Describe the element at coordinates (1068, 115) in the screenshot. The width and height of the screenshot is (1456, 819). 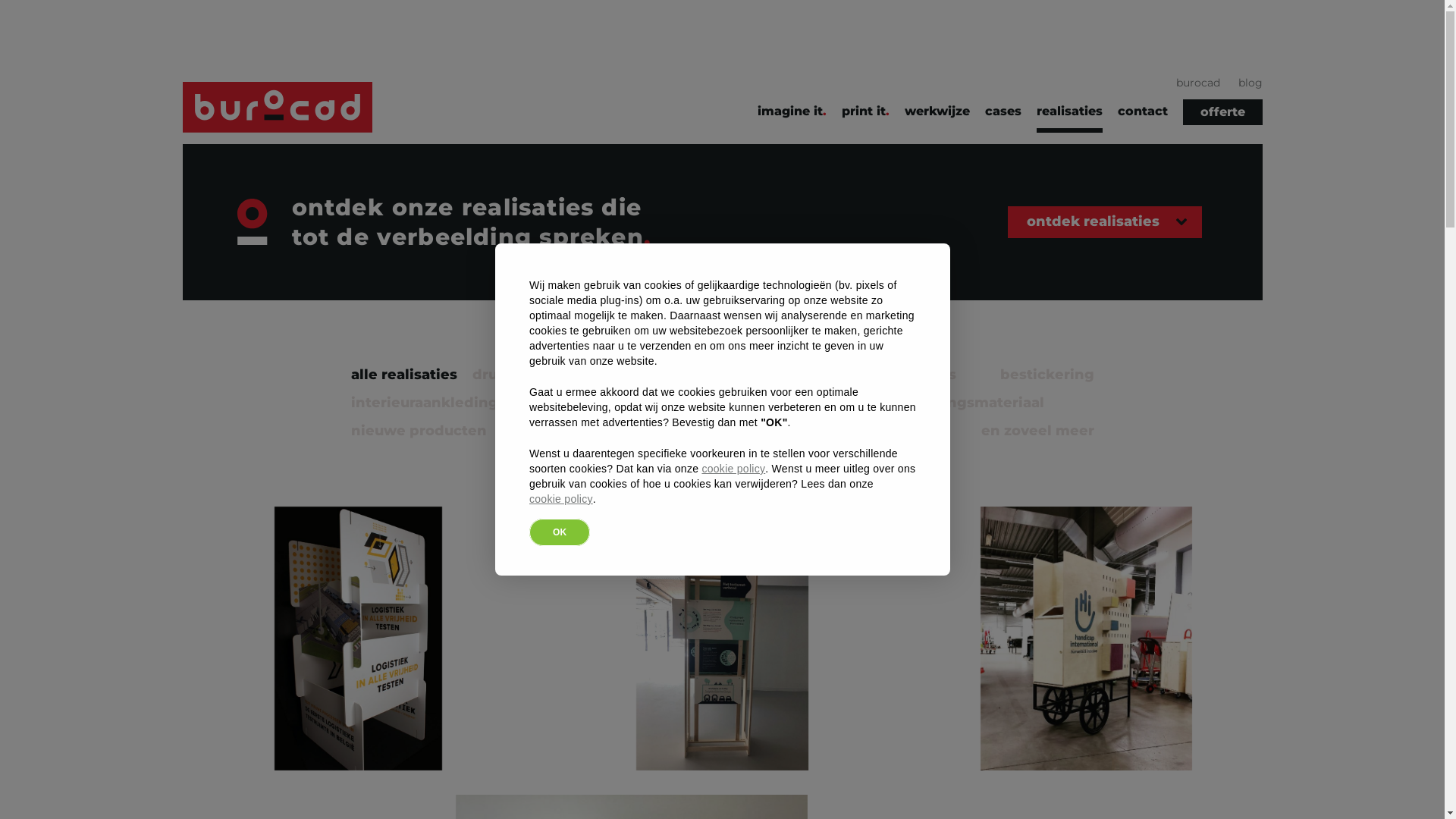
I see `'realisaties'` at that location.